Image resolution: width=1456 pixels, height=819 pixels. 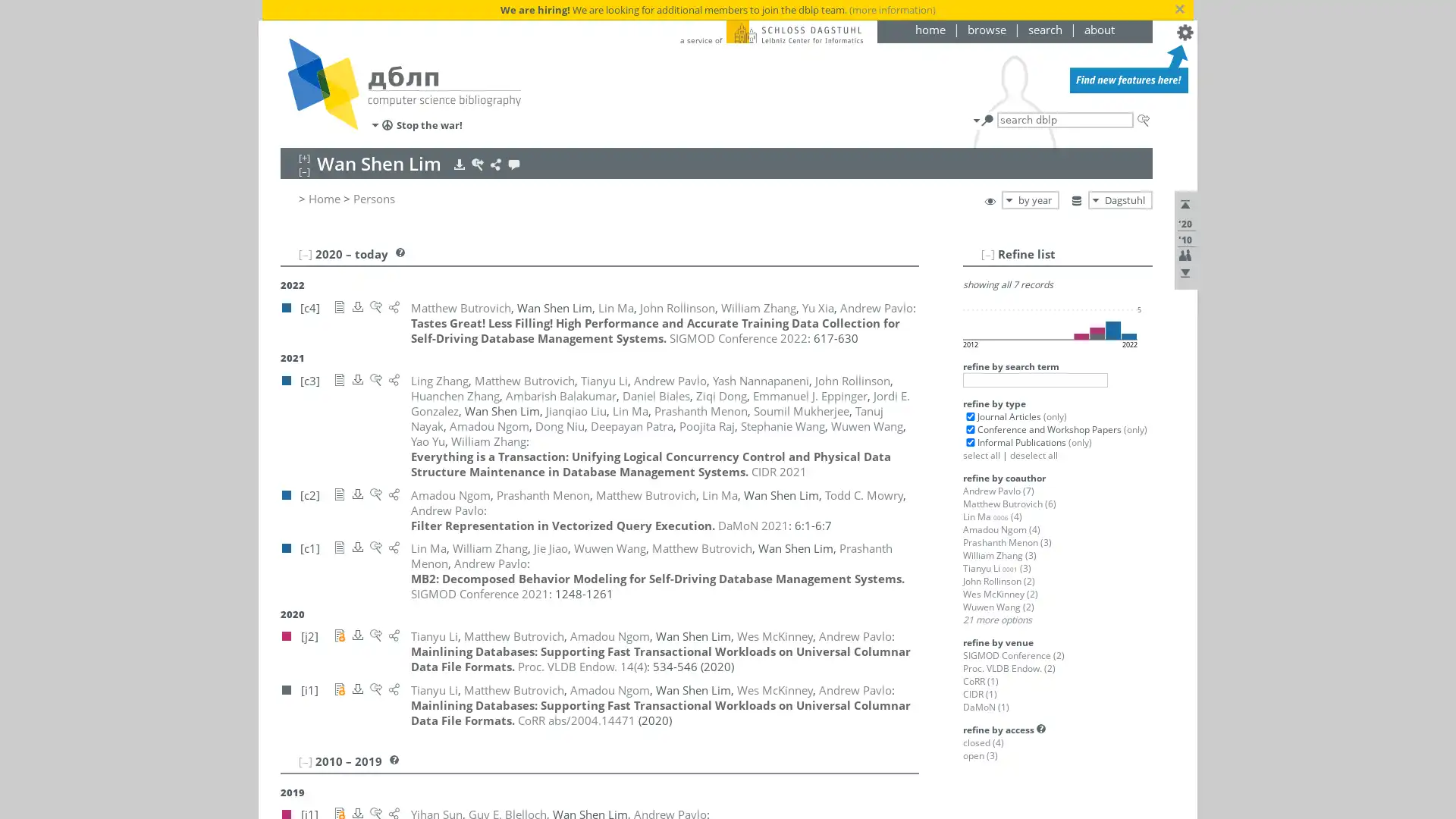 I want to click on William Zhang (3), so click(x=999, y=555).